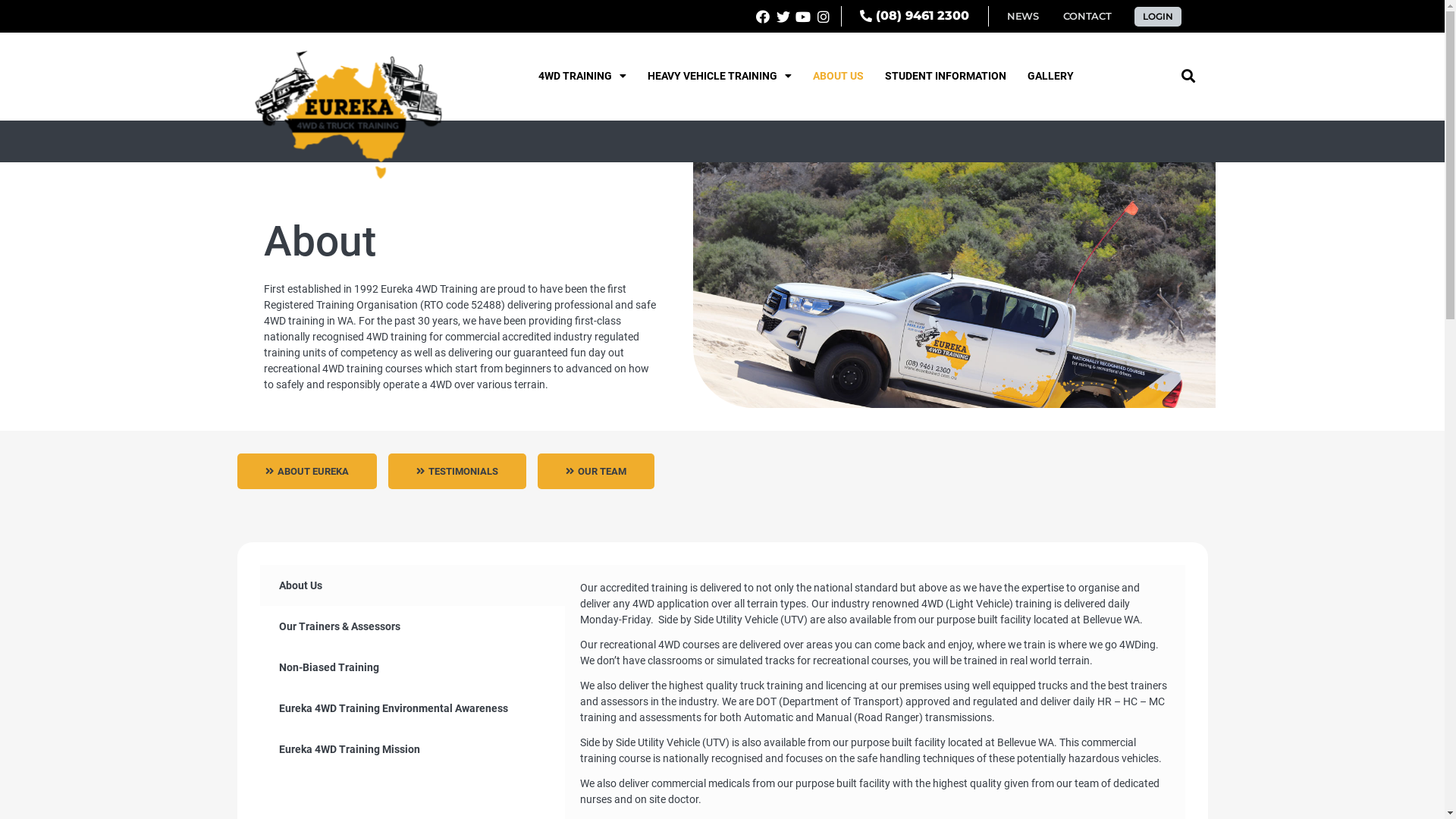  Describe the element at coordinates (913, 16) in the screenshot. I see `'(08) 9461 2300'` at that location.